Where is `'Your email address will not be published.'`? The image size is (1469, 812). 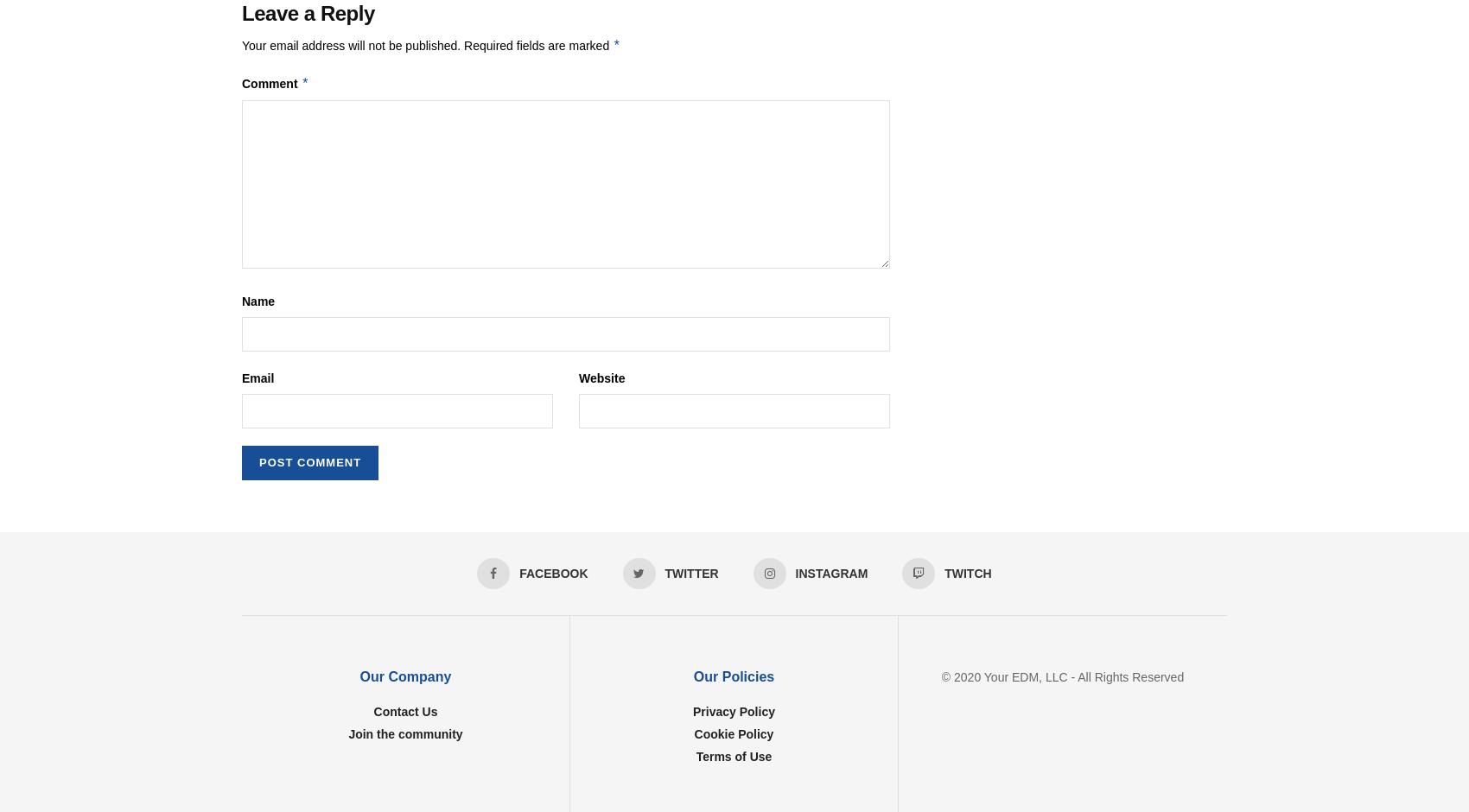
'Your email address will not be published.' is located at coordinates (241, 45).